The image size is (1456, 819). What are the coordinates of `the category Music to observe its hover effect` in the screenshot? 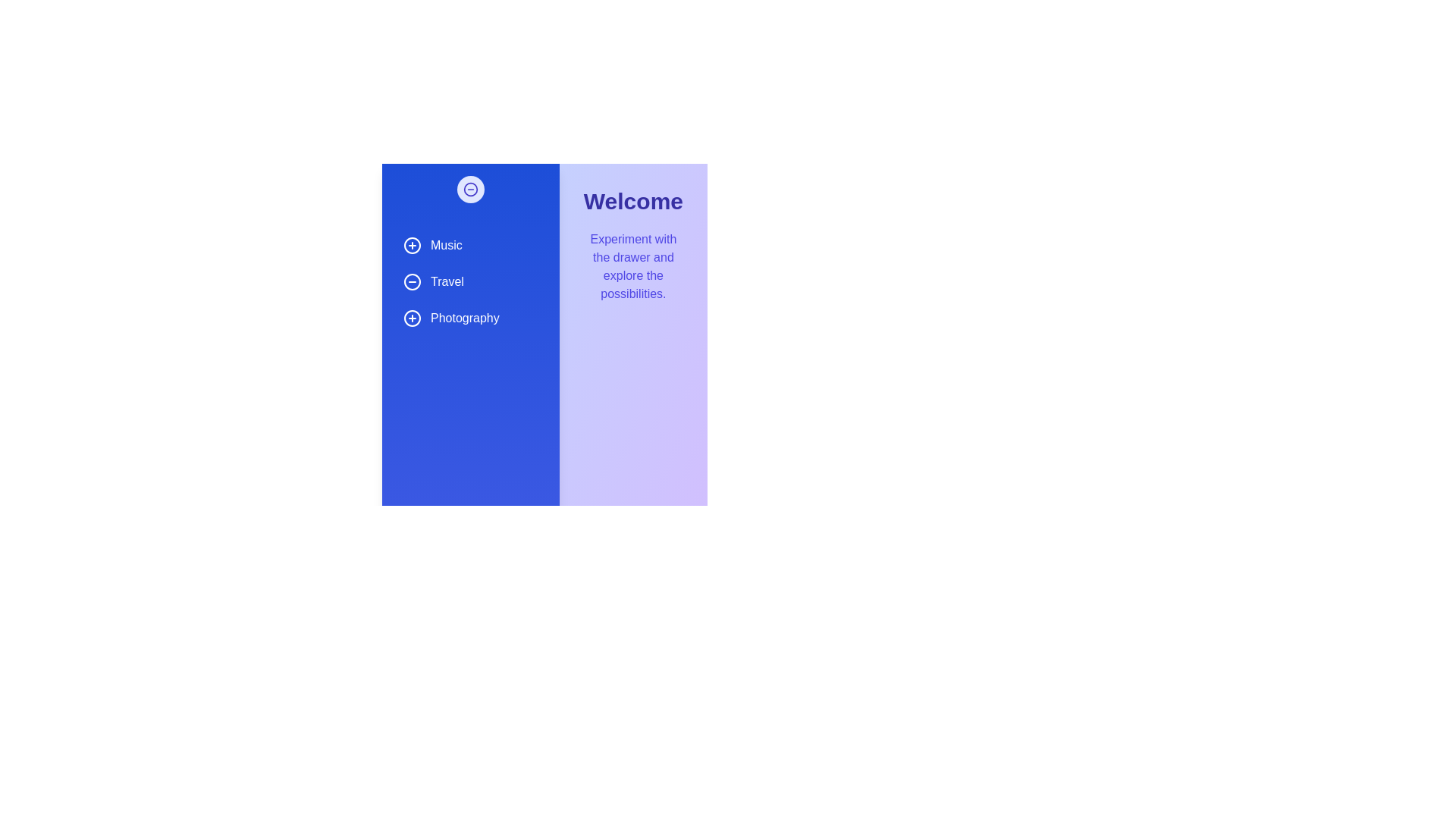 It's located at (469, 245).